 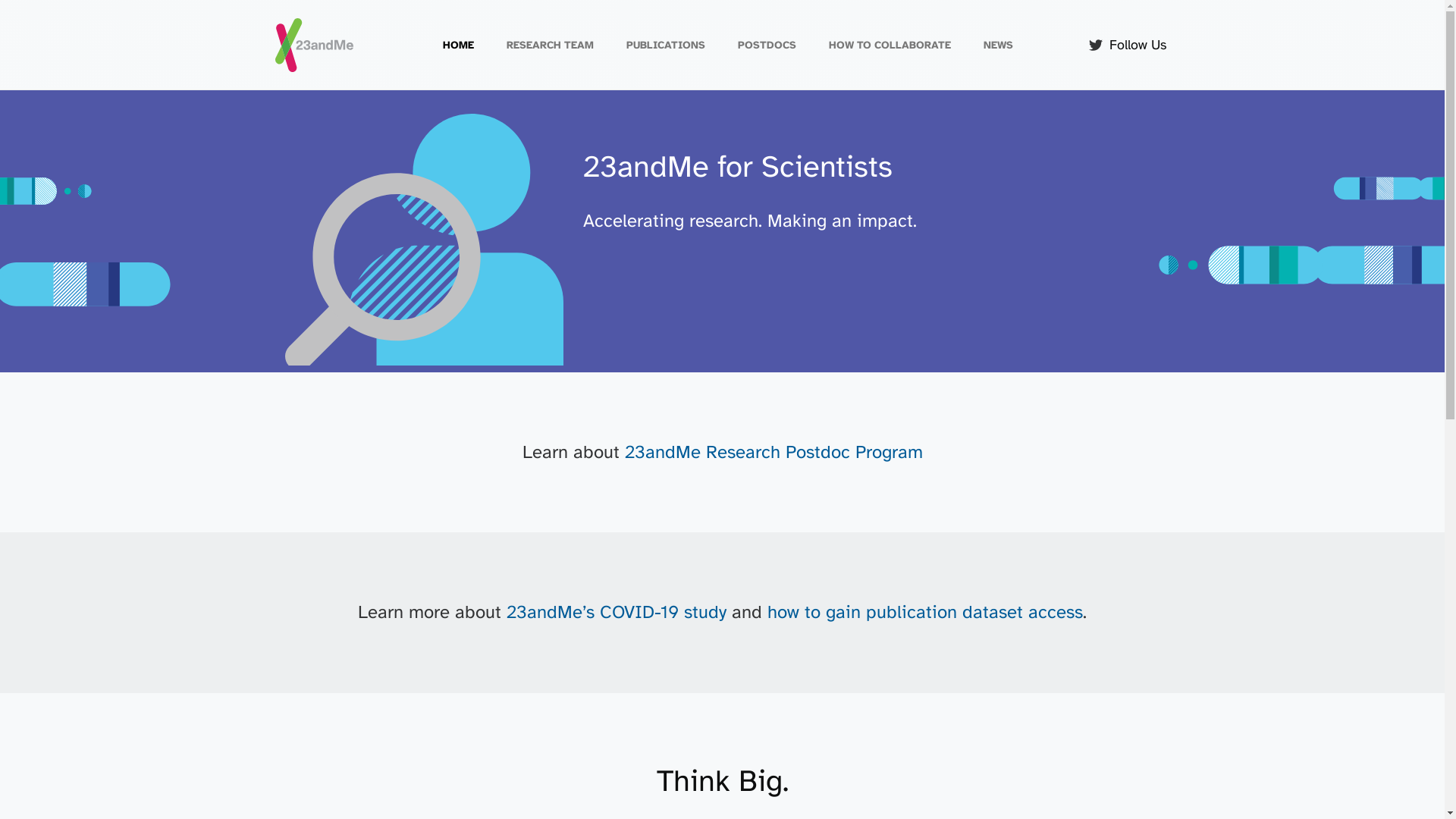 I want to click on '23andMe Research Postdoc Program', so click(x=773, y=451).